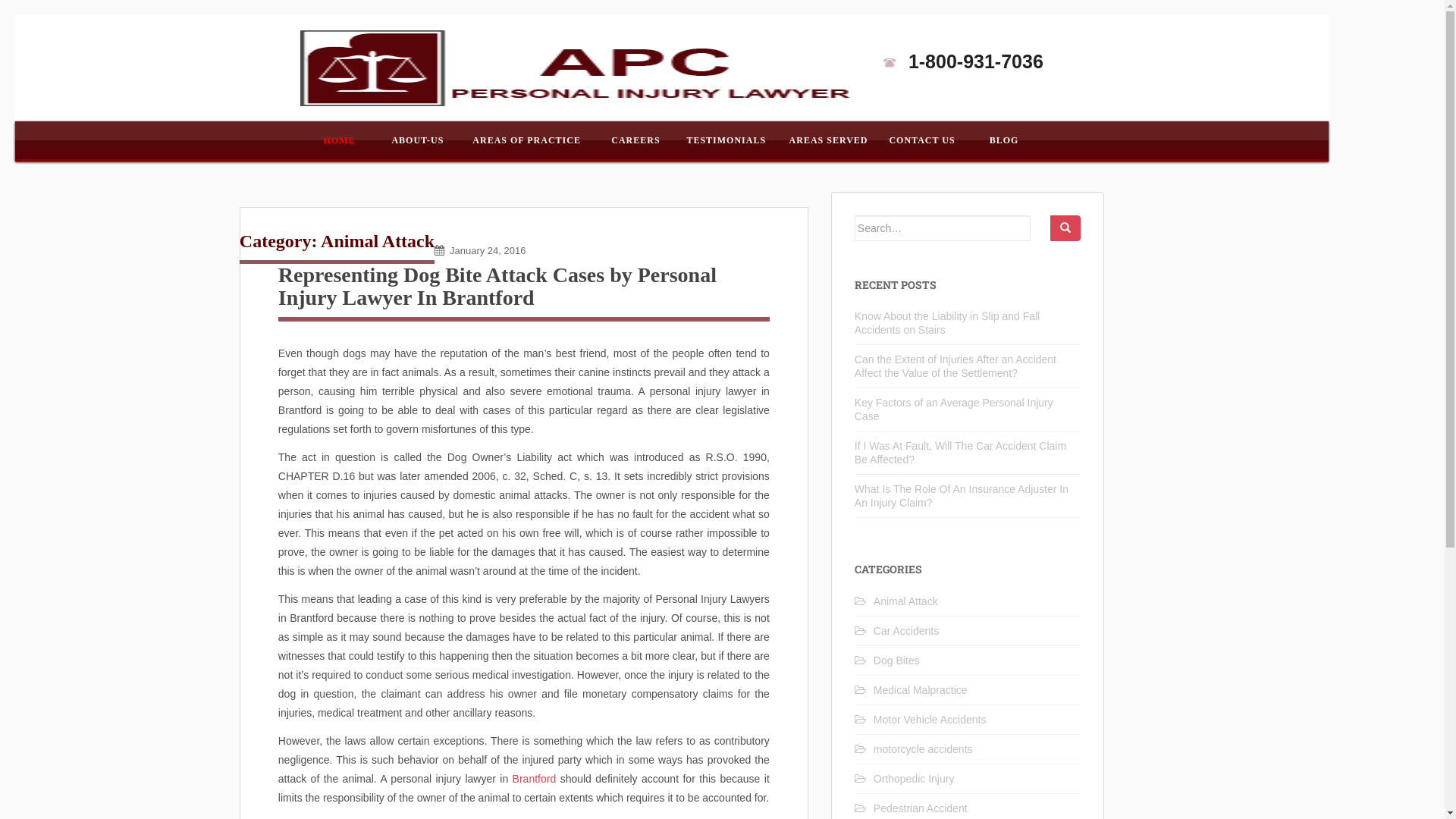 The width and height of the screenshot is (1456, 819). I want to click on 'TESTIMONIALS', so click(725, 140).